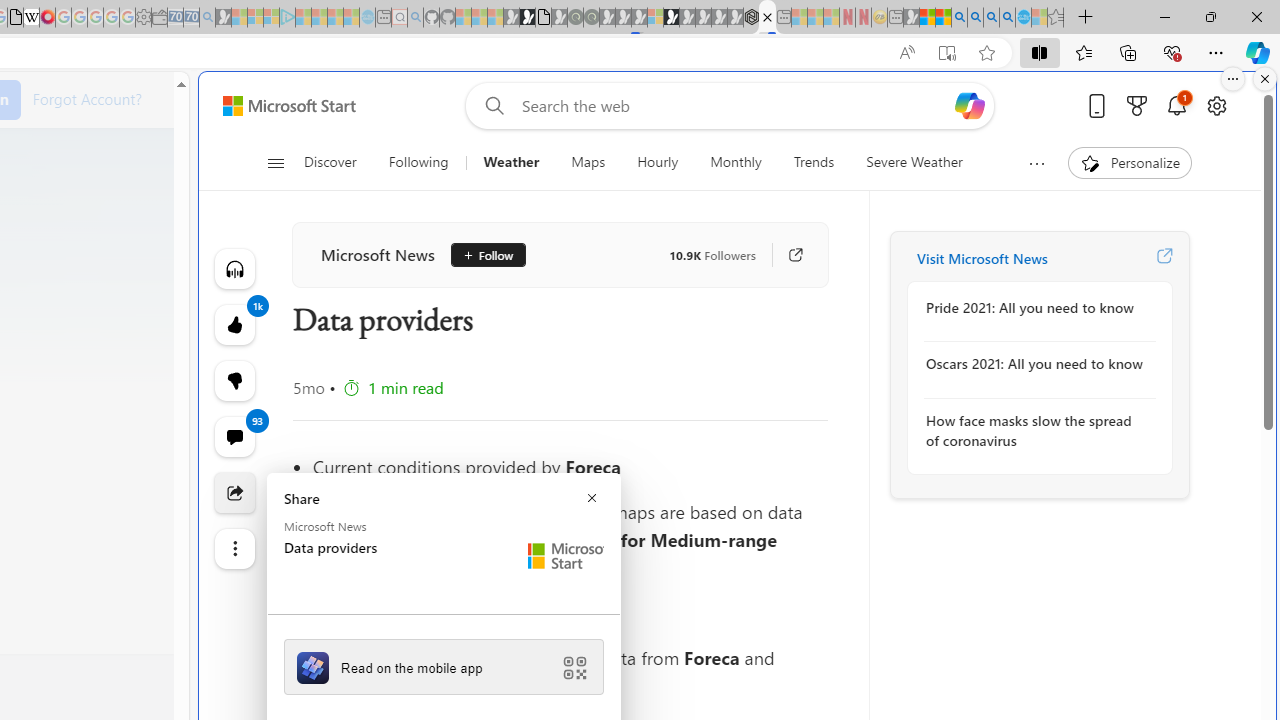 The image size is (1280, 720). What do you see at coordinates (587, 162) in the screenshot?
I see `'Maps'` at bounding box center [587, 162].